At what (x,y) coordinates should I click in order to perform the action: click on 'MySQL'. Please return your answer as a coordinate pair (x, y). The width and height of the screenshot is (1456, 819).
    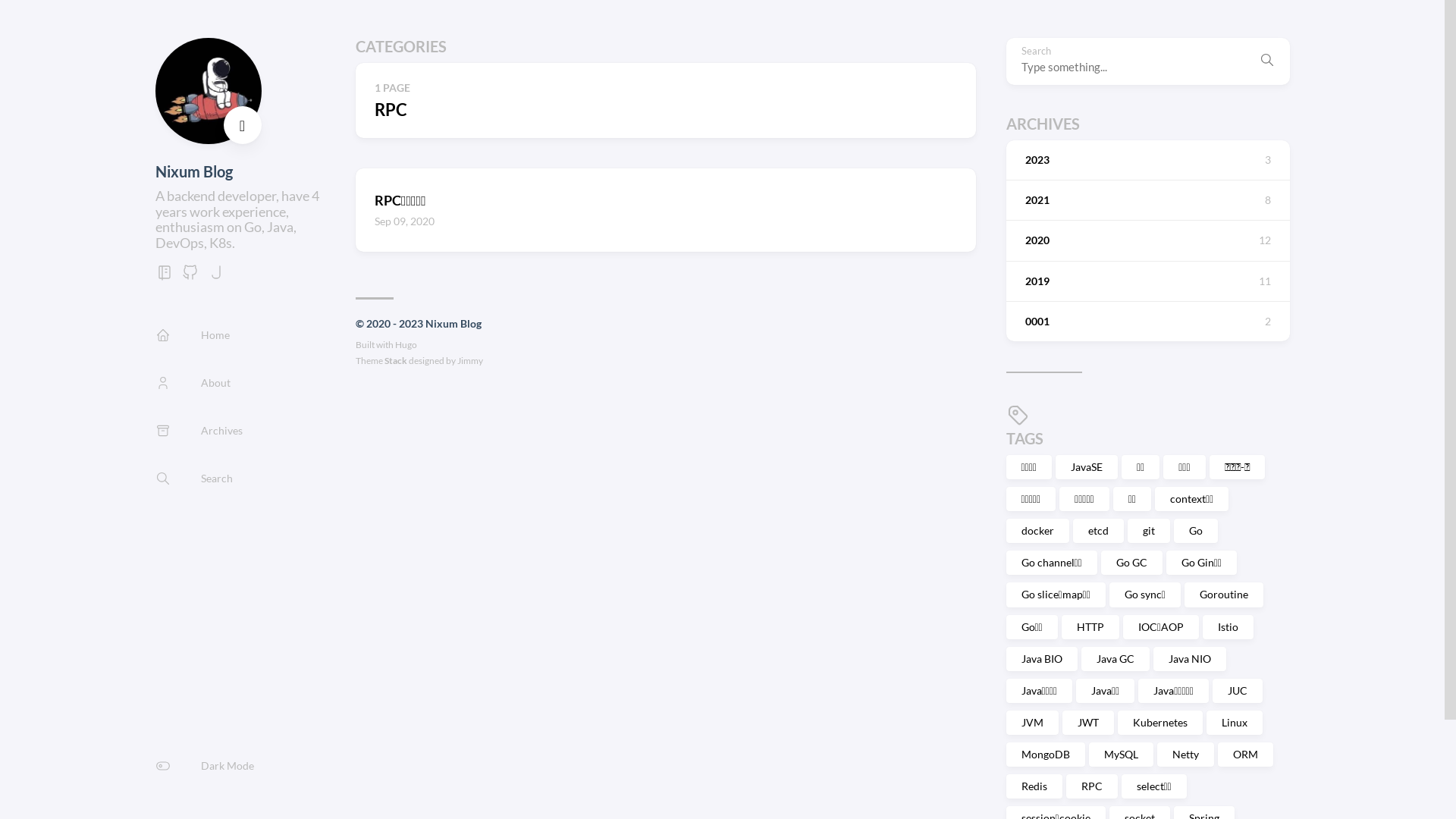
    Looking at the image, I should click on (1087, 755).